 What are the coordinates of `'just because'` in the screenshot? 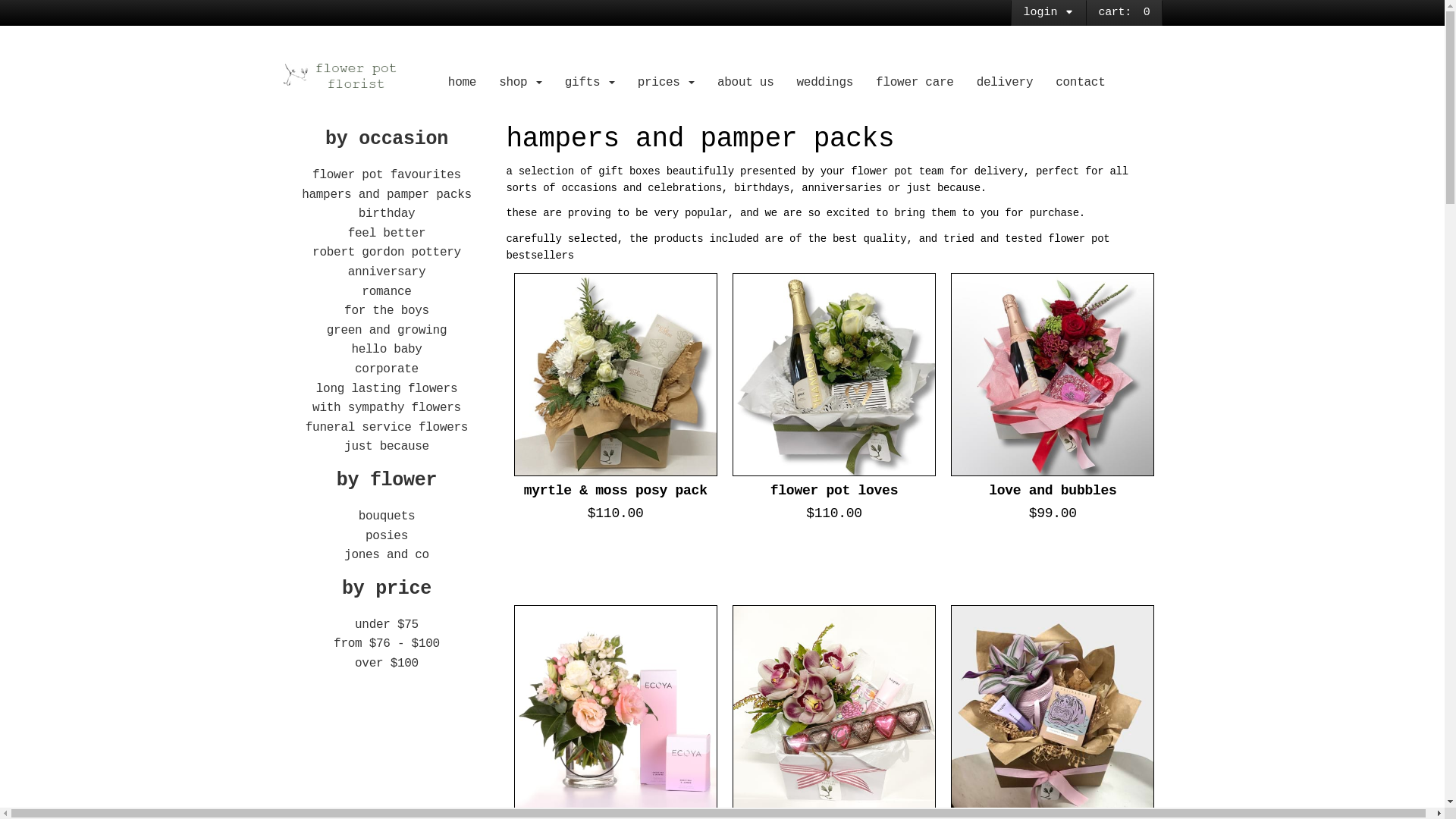 It's located at (386, 446).